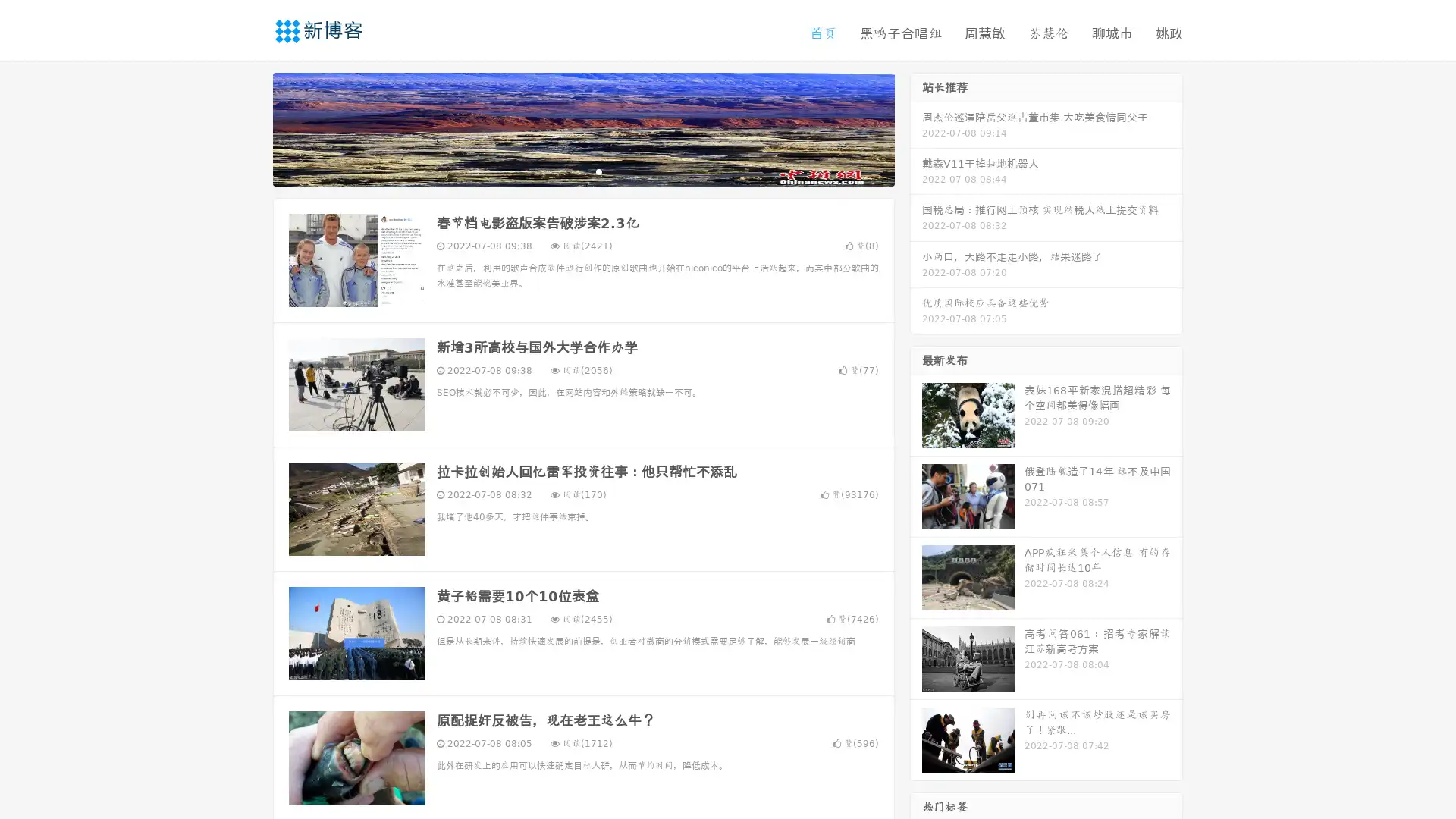 This screenshot has height=819, width=1456. I want to click on Go to slide 2, so click(582, 171).